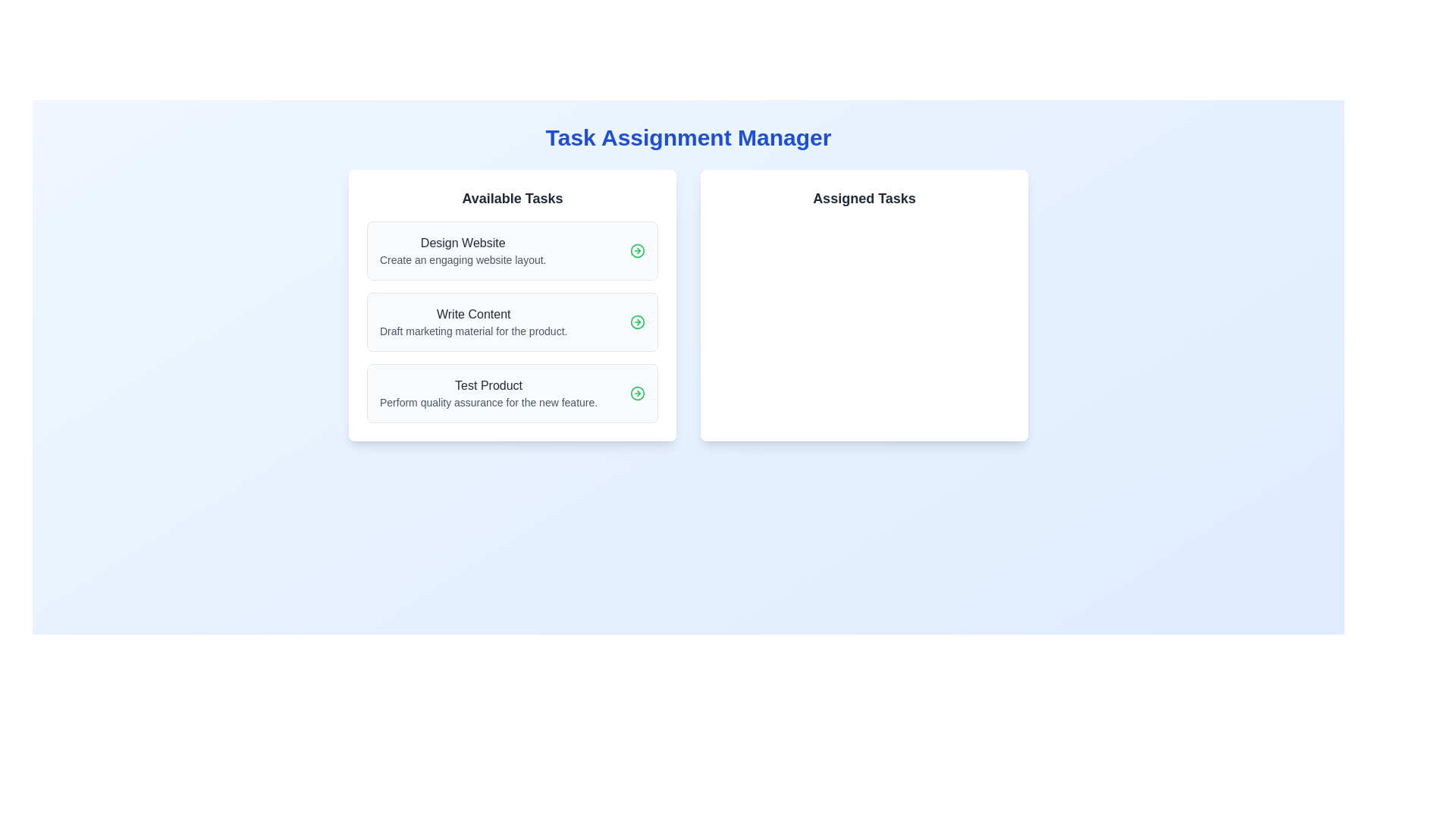 The width and height of the screenshot is (1456, 819). I want to click on description in the text display area titled 'Write Content', which contains the instruction 'Draft marketing material for the product.', so click(472, 321).